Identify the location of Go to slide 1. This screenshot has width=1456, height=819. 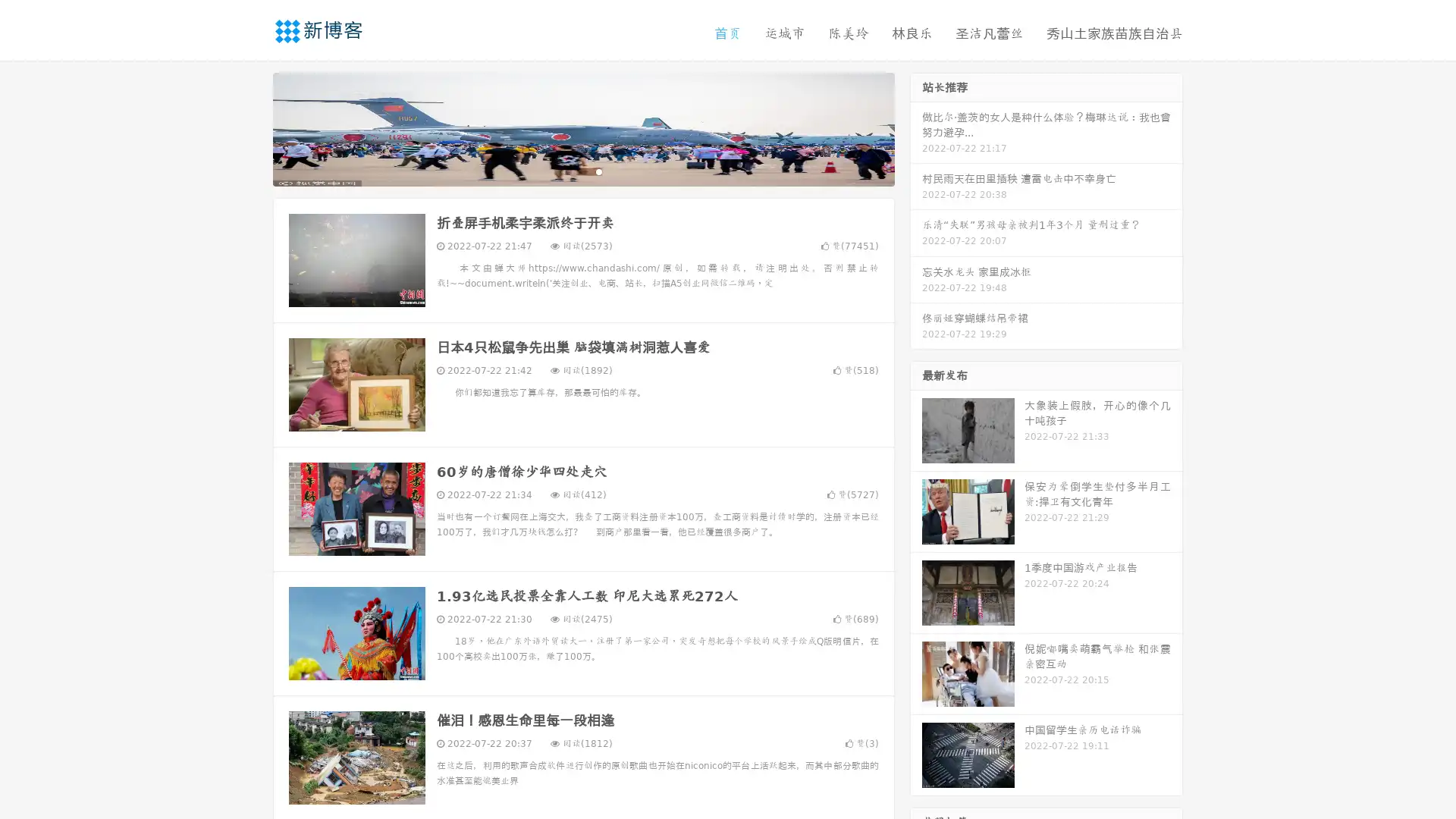
(567, 171).